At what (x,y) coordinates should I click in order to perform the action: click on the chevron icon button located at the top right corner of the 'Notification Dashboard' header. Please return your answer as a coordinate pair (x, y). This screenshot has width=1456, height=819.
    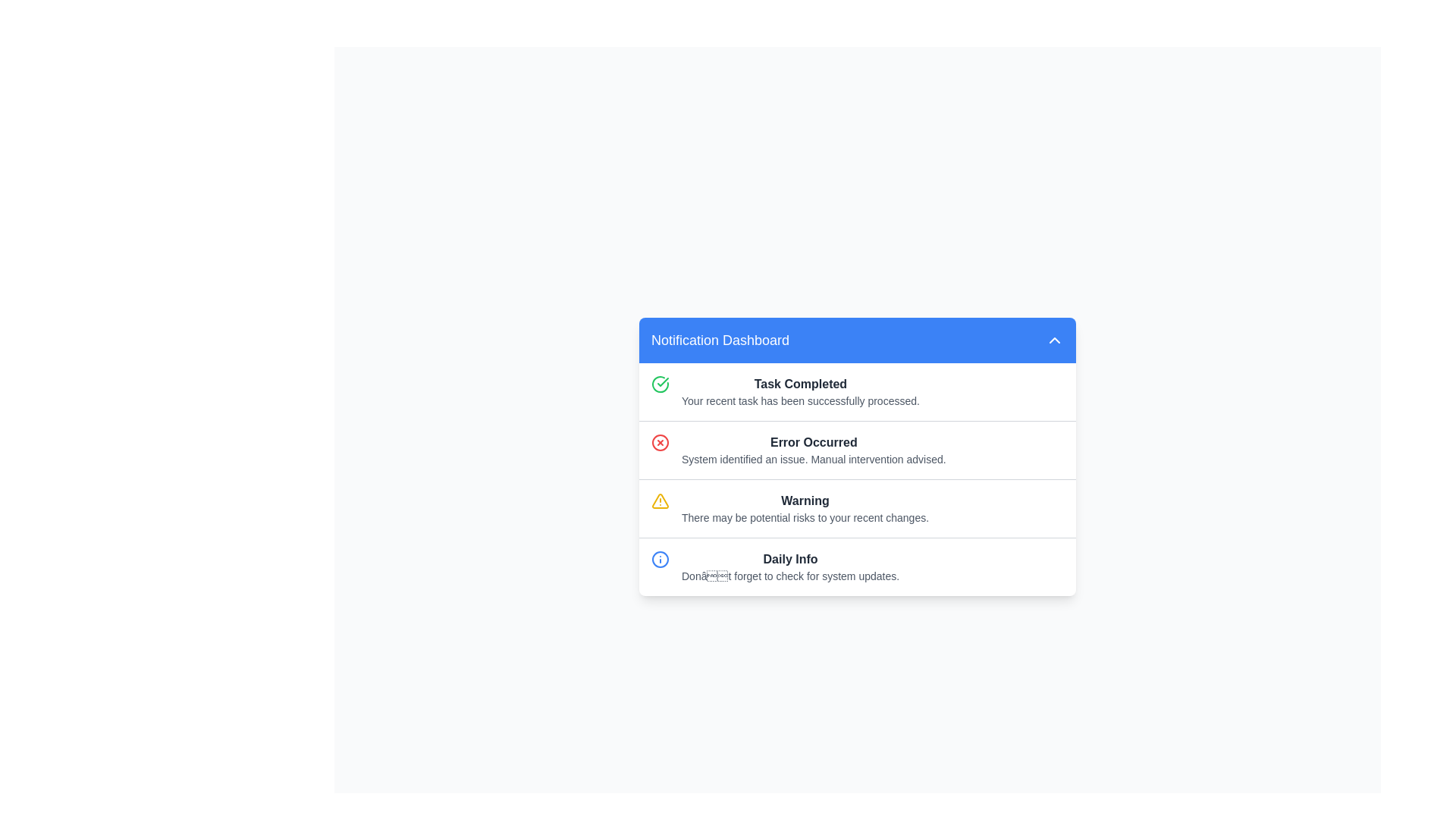
    Looking at the image, I should click on (1054, 338).